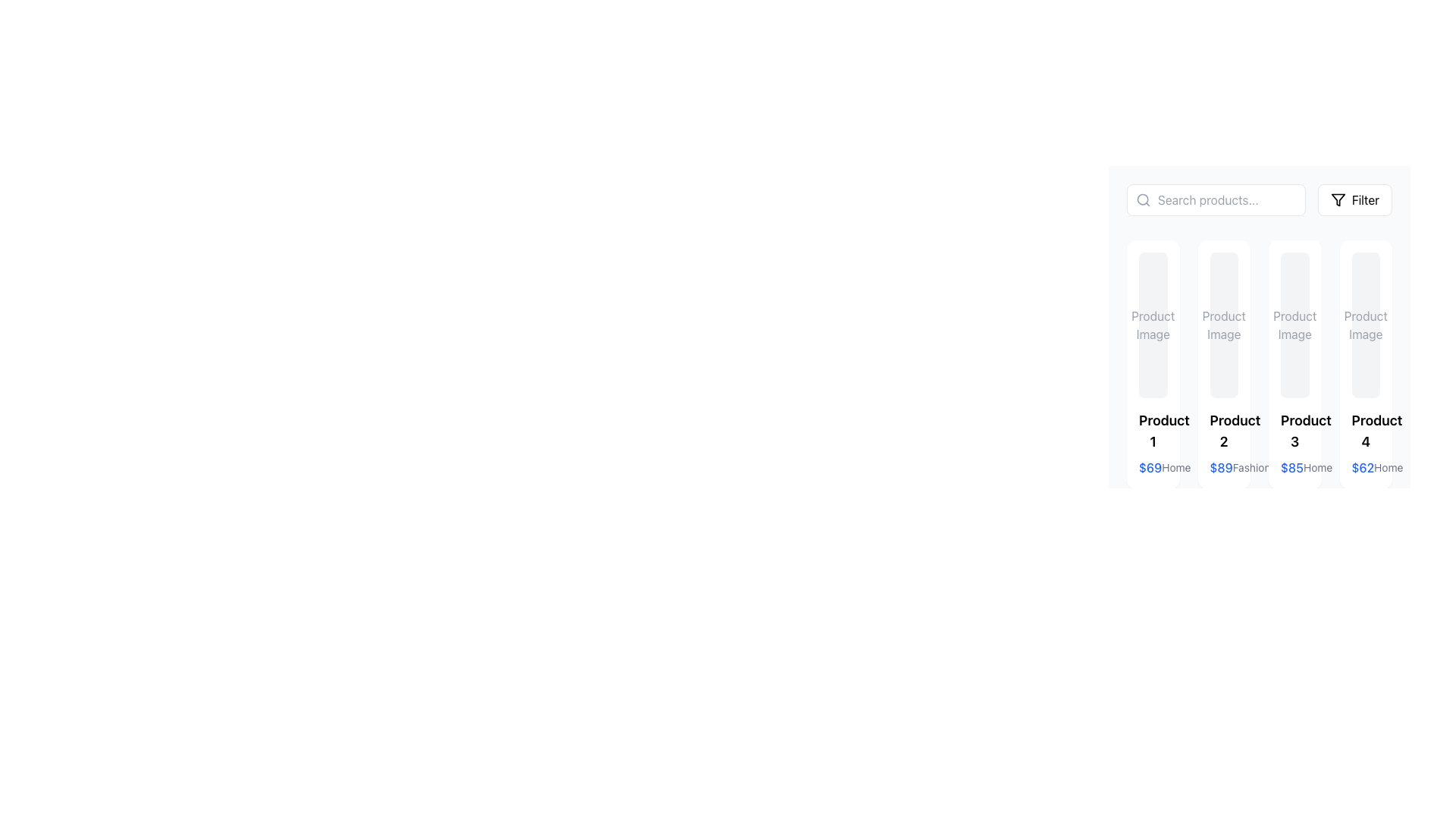 This screenshot has height=819, width=1456. What do you see at coordinates (1317, 467) in the screenshot?
I see `the static text label displaying 'Home' which is styled in light gray and located within the 'Product 3' card, adjacent to the '$85' price label` at bounding box center [1317, 467].